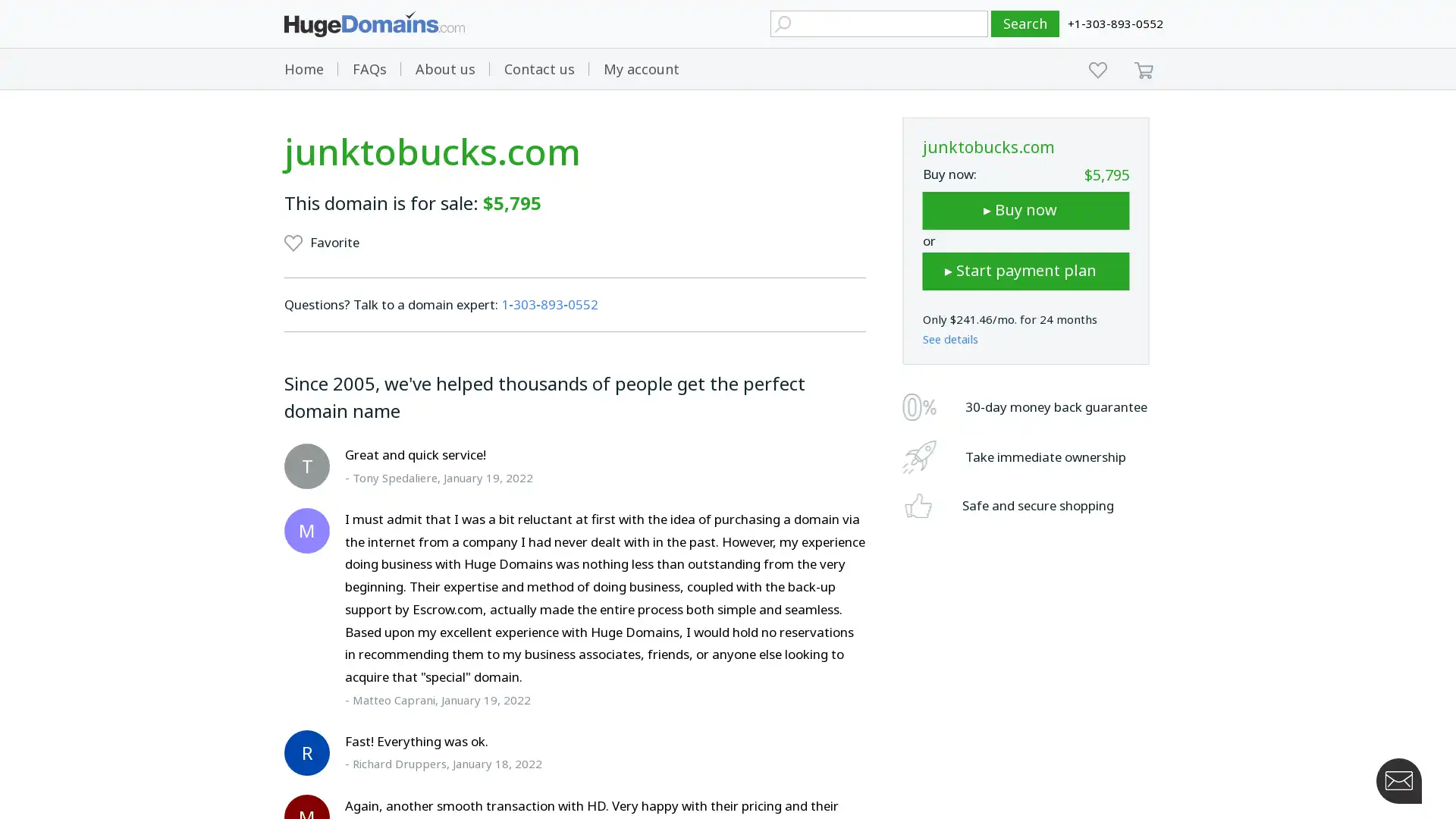  What do you see at coordinates (1025, 24) in the screenshot?
I see `Search` at bounding box center [1025, 24].